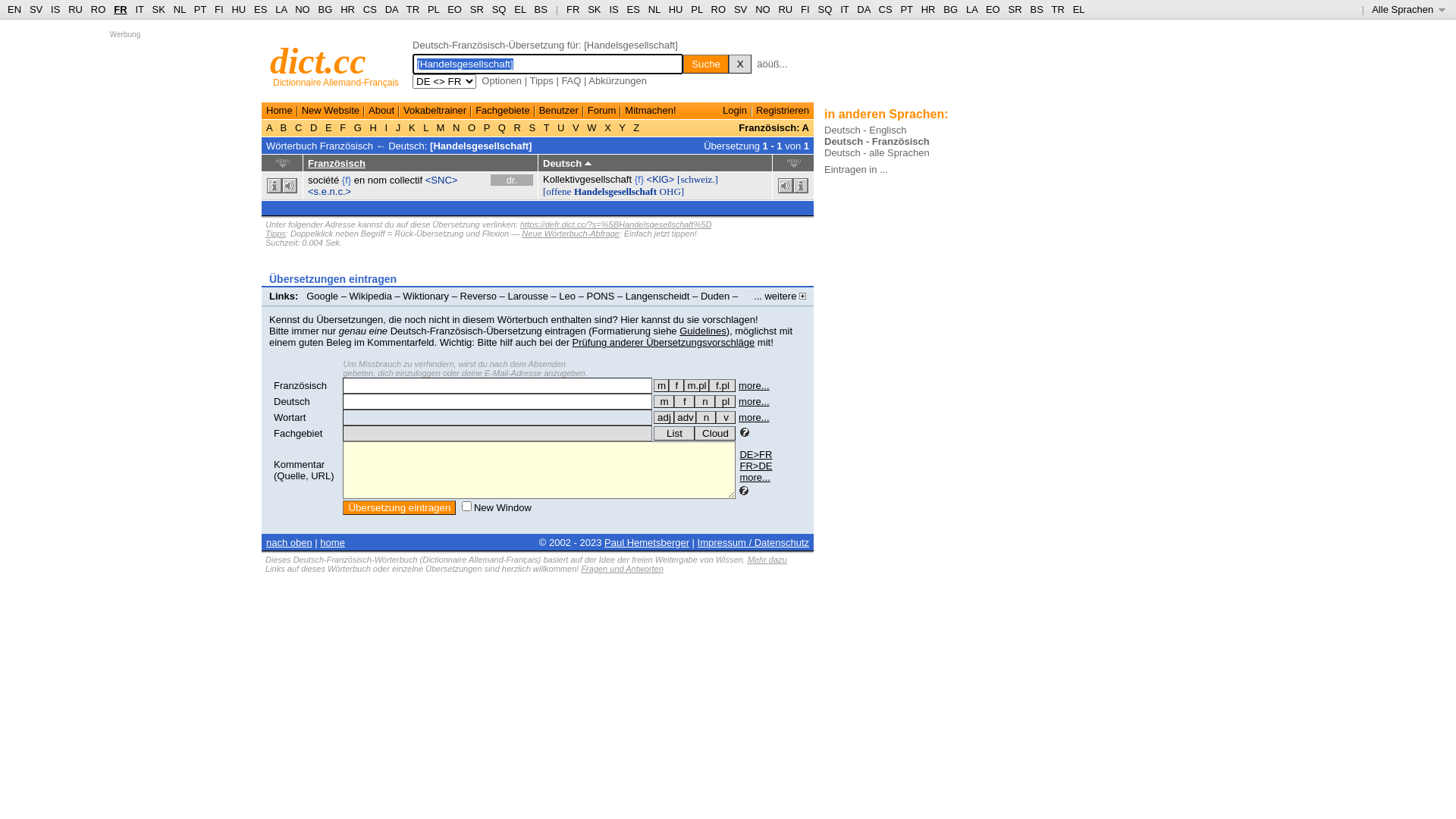 The image size is (1456, 819). I want to click on '[offene', so click(556, 190).